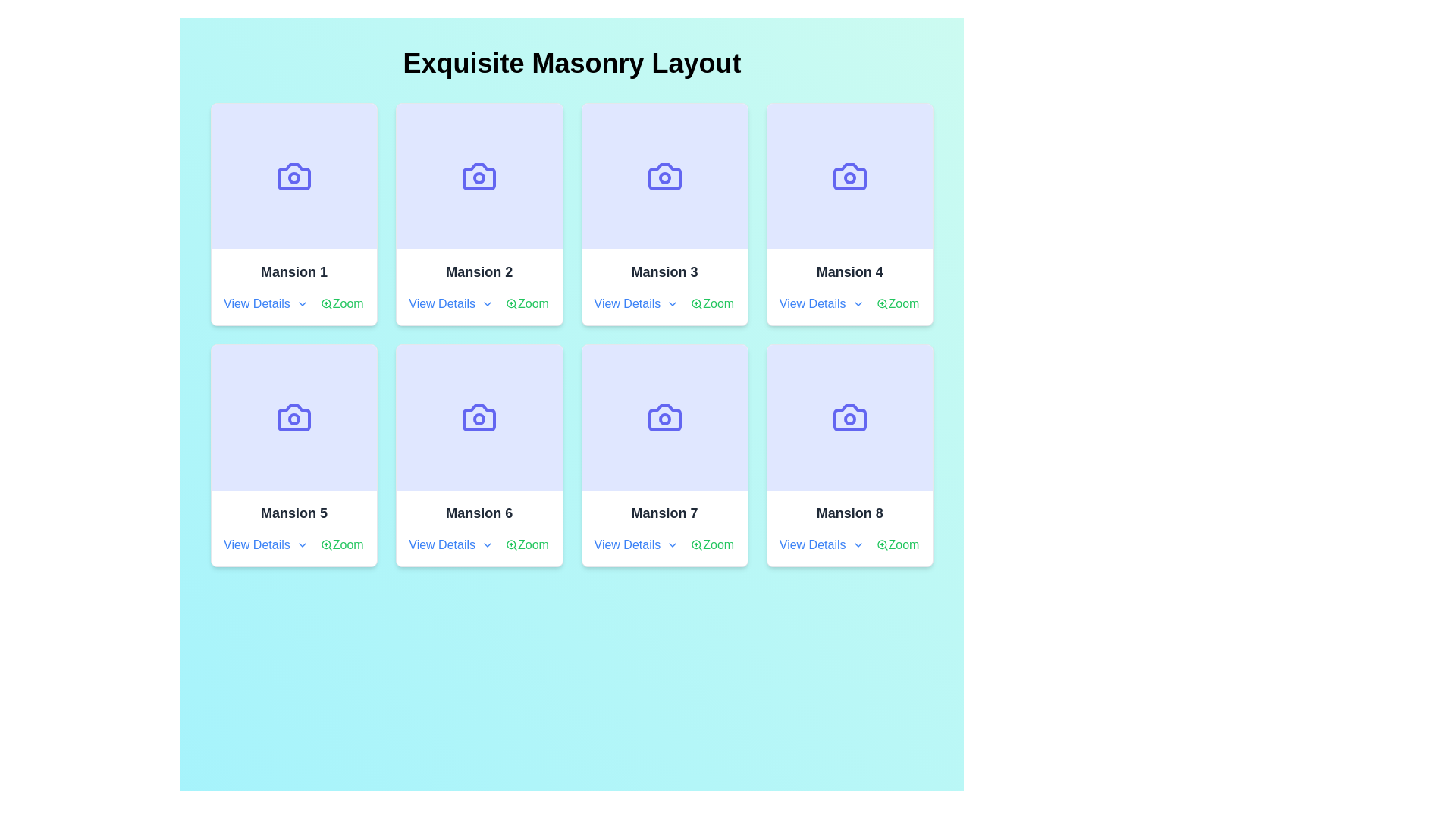  Describe the element at coordinates (294, 304) in the screenshot. I see `the interactive text links labeled 'View Details' and 'Zoom' which are styled with icons, located within the 'Mansion 1' card` at that location.